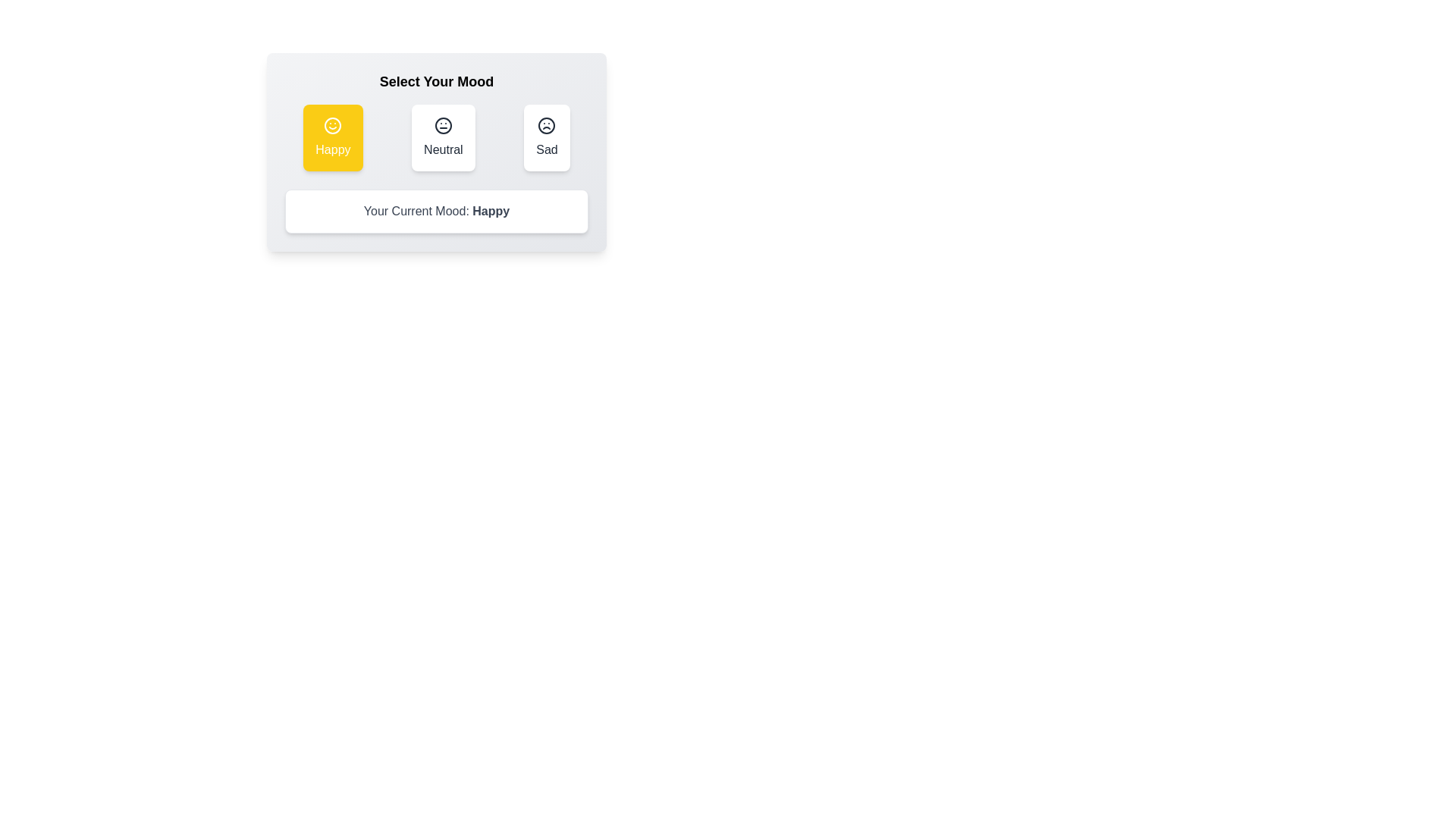 This screenshot has width=1456, height=819. Describe the element at coordinates (442, 137) in the screenshot. I see `the button corresponding to the mood Neutral` at that location.